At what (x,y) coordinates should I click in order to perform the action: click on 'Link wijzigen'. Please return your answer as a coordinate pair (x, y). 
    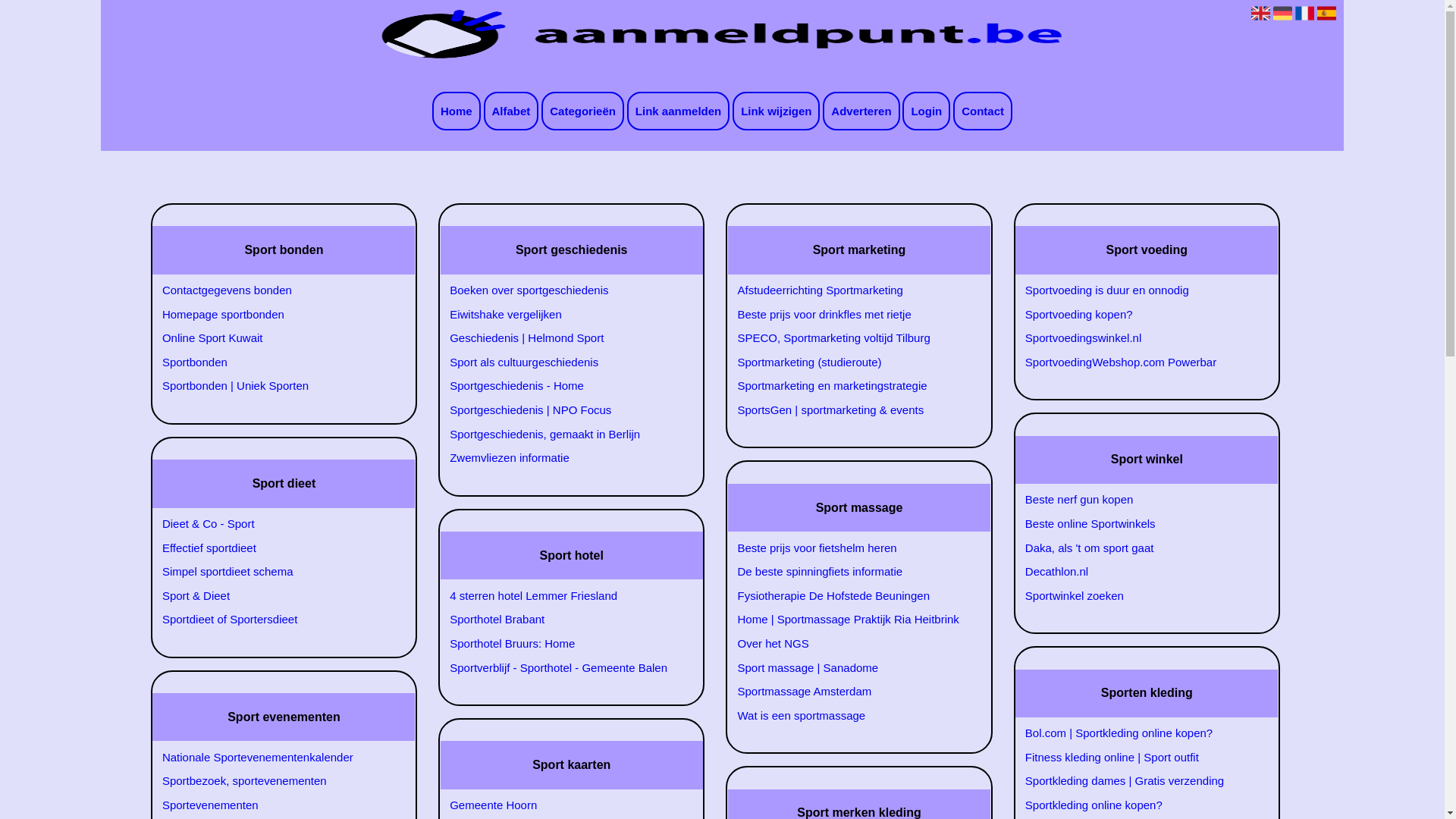
    Looking at the image, I should click on (776, 110).